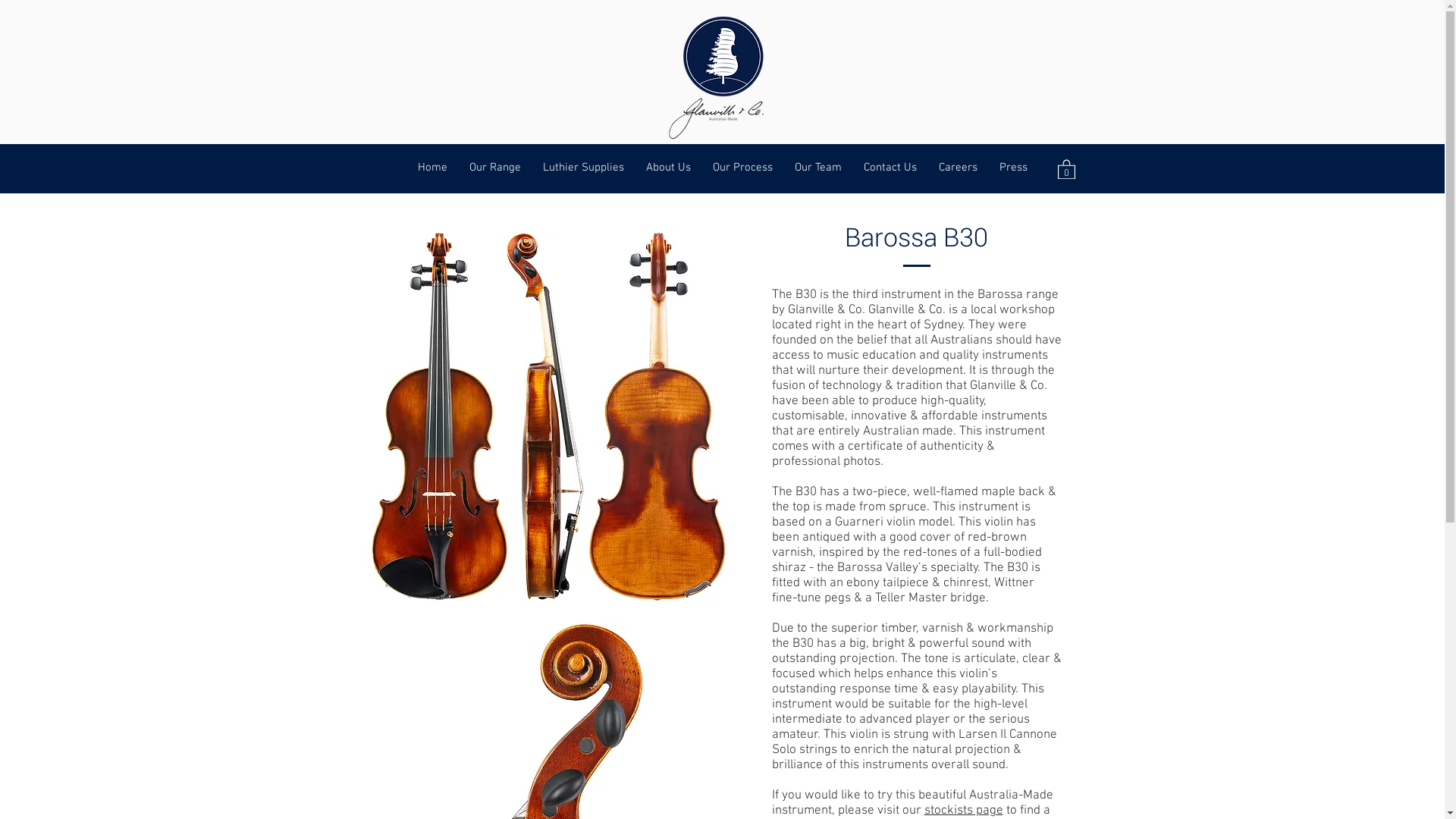 The image size is (1456, 819). Describe the element at coordinates (989, 167) in the screenshot. I see `'Press'` at that location.